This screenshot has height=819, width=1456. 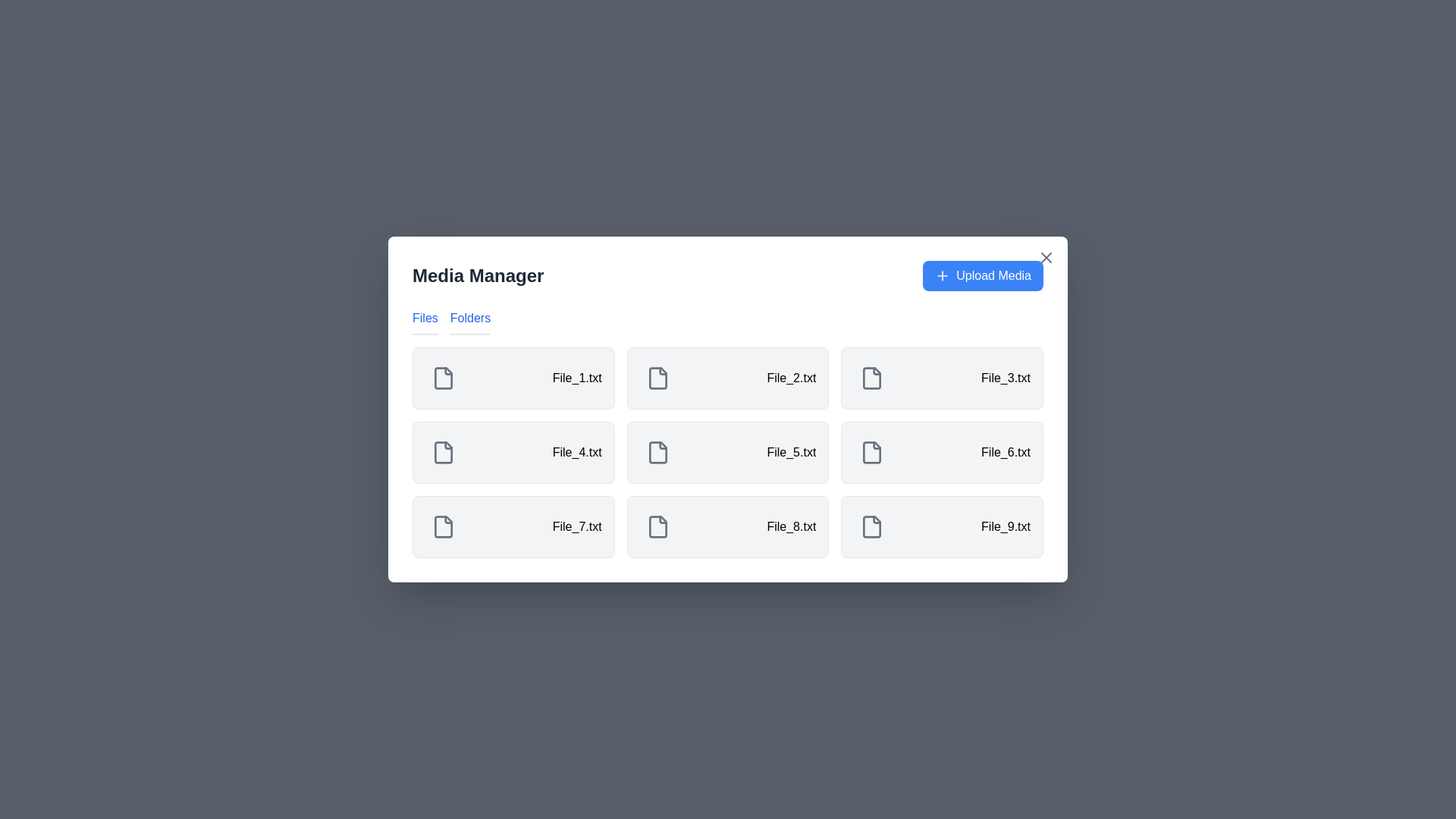 What do you see at coordinates (576, 452) in the screenshot?
I see `the text label representing 'File_5.txt' in the file manager UI, located in the center row of a 3x3 grid layout, adjacent to the file icon` at bounding box center [576, 452].